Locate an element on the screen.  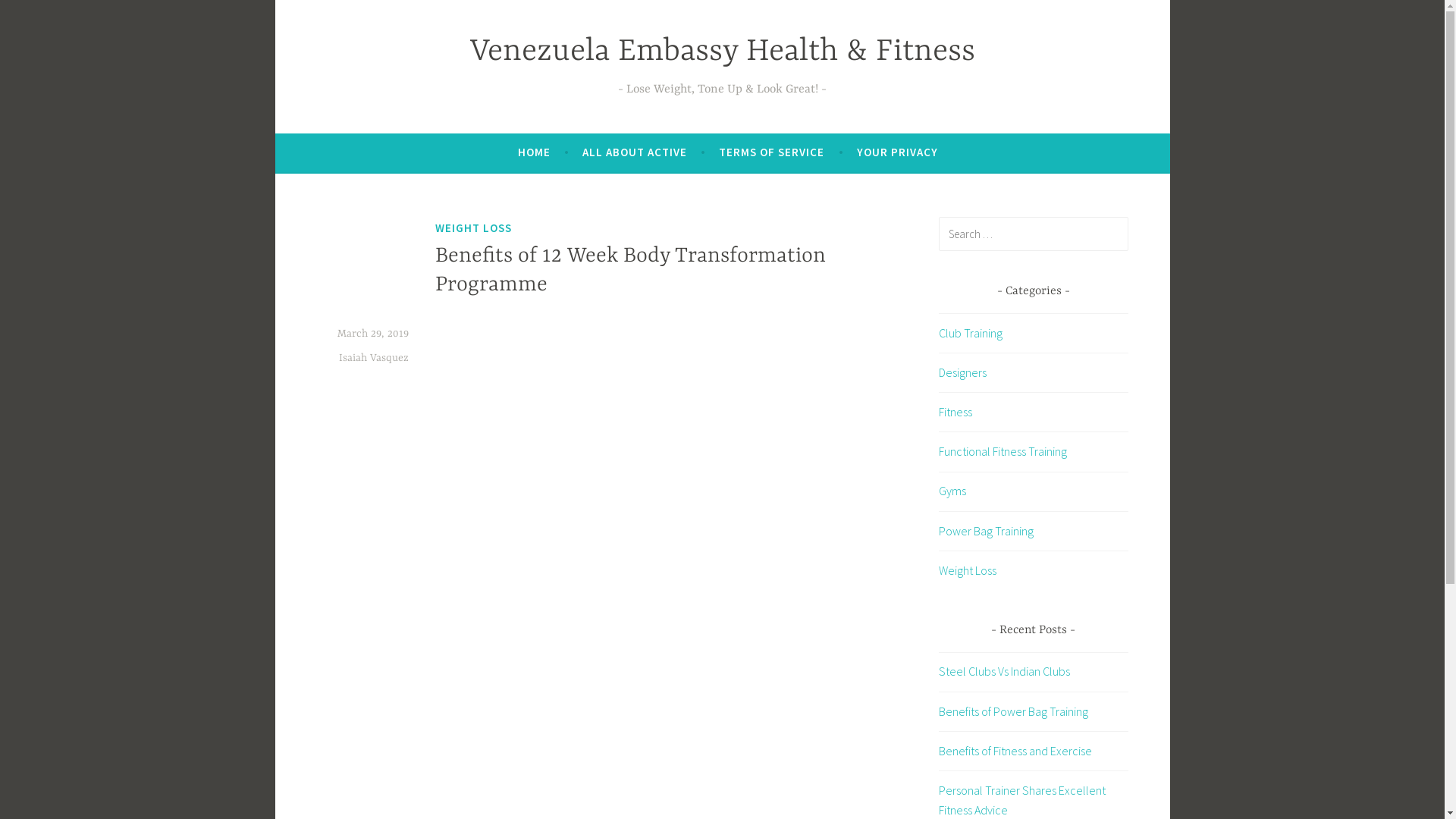
'March 29, 2019' is located at coordinates (372, 332).